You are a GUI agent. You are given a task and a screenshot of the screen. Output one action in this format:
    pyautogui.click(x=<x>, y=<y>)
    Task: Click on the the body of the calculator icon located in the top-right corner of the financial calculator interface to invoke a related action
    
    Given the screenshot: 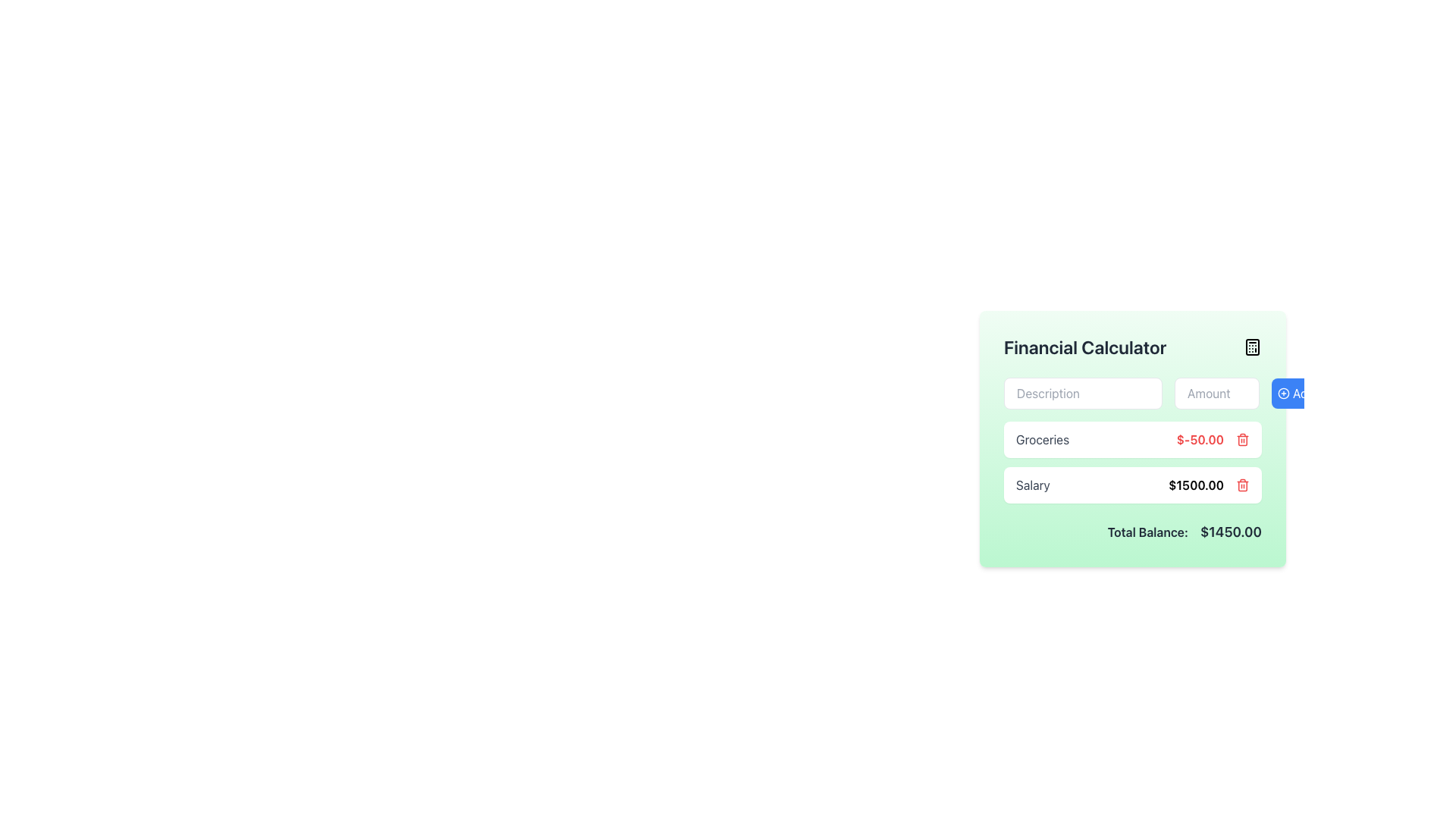 What is the action you would take?
    pyautogui.click(x=1252, y=347)
    